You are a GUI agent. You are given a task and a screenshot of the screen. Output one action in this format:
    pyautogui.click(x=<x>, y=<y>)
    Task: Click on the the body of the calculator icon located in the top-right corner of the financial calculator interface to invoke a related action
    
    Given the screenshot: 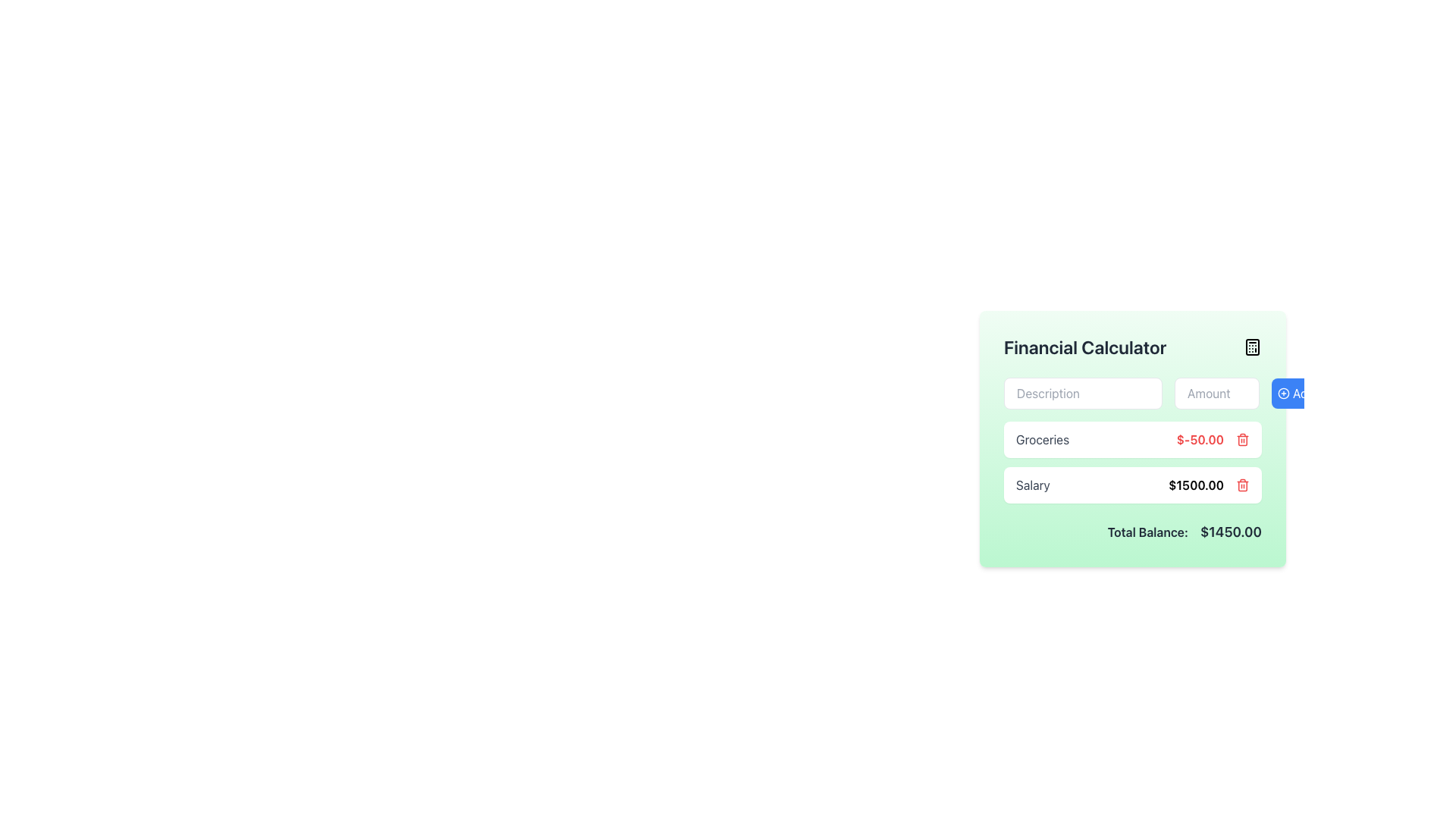 What is the action you would take?
    pyautogui.click(x=1252, y=347)
    